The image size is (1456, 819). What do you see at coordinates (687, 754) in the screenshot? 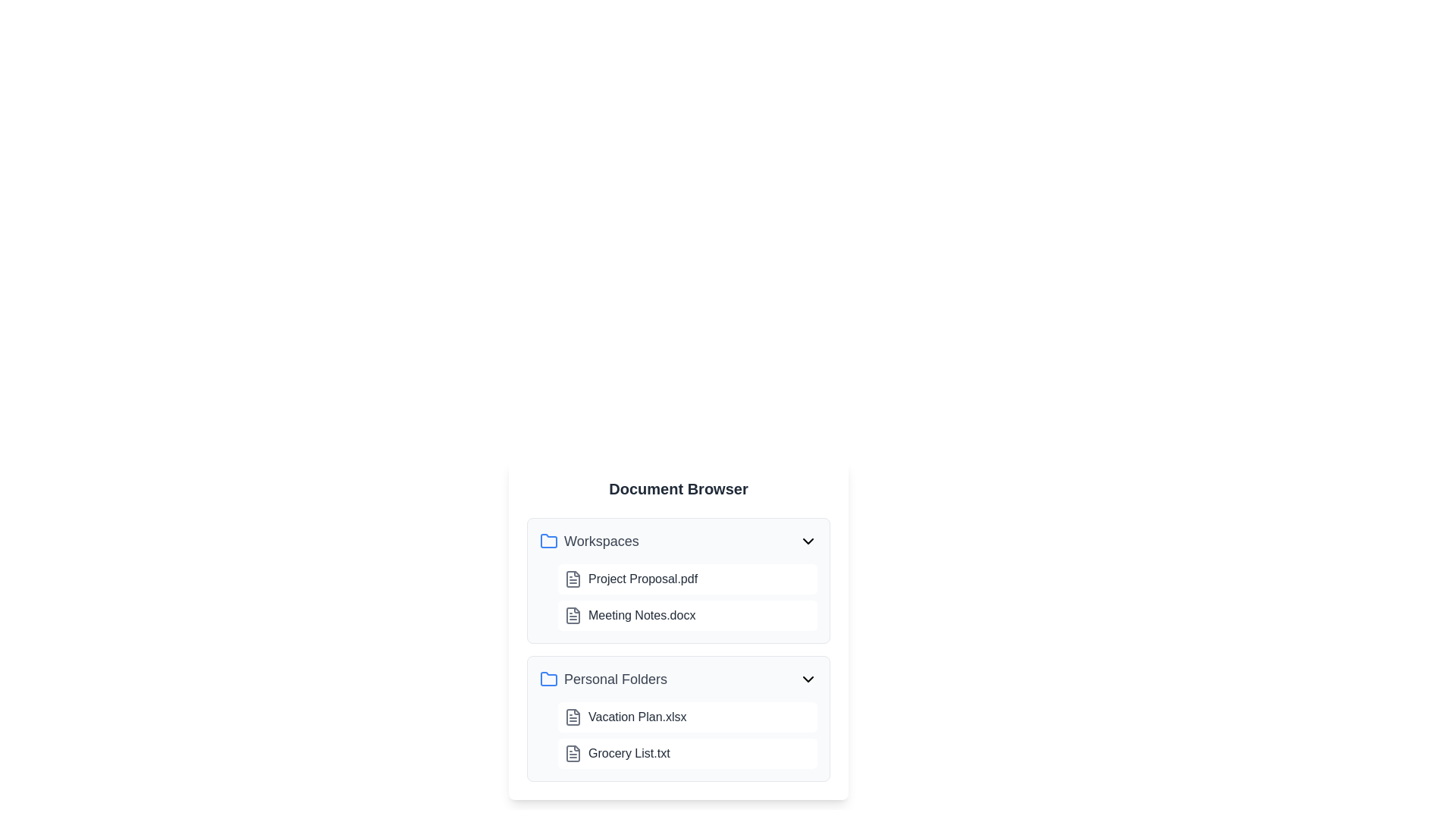
I see `the list item for the file 'Grocery List.txt' located in the 'Personal Folders' section of the Document Browser` at bounding box center [687, 754].